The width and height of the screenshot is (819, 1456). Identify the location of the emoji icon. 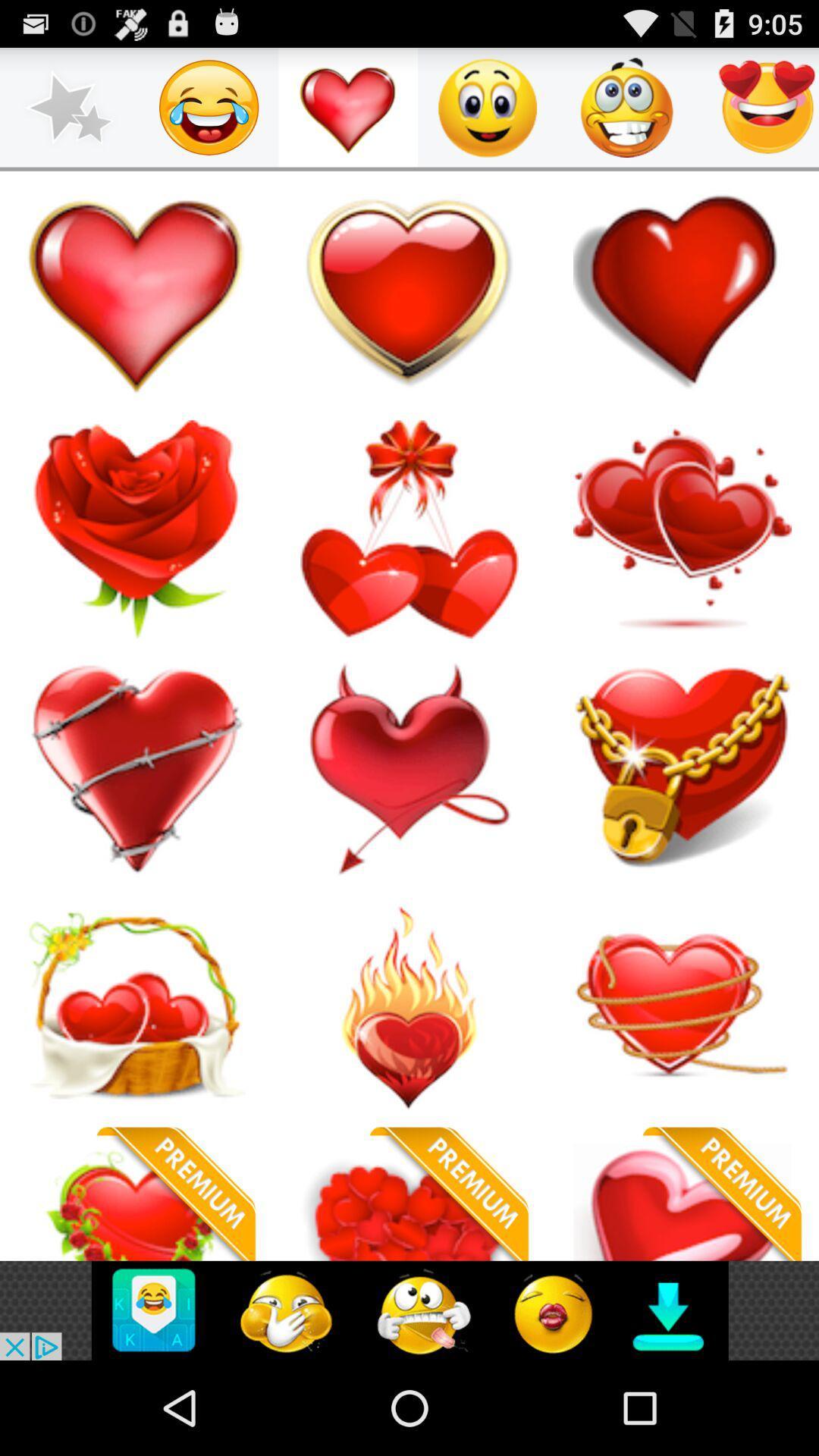
(766, 115).